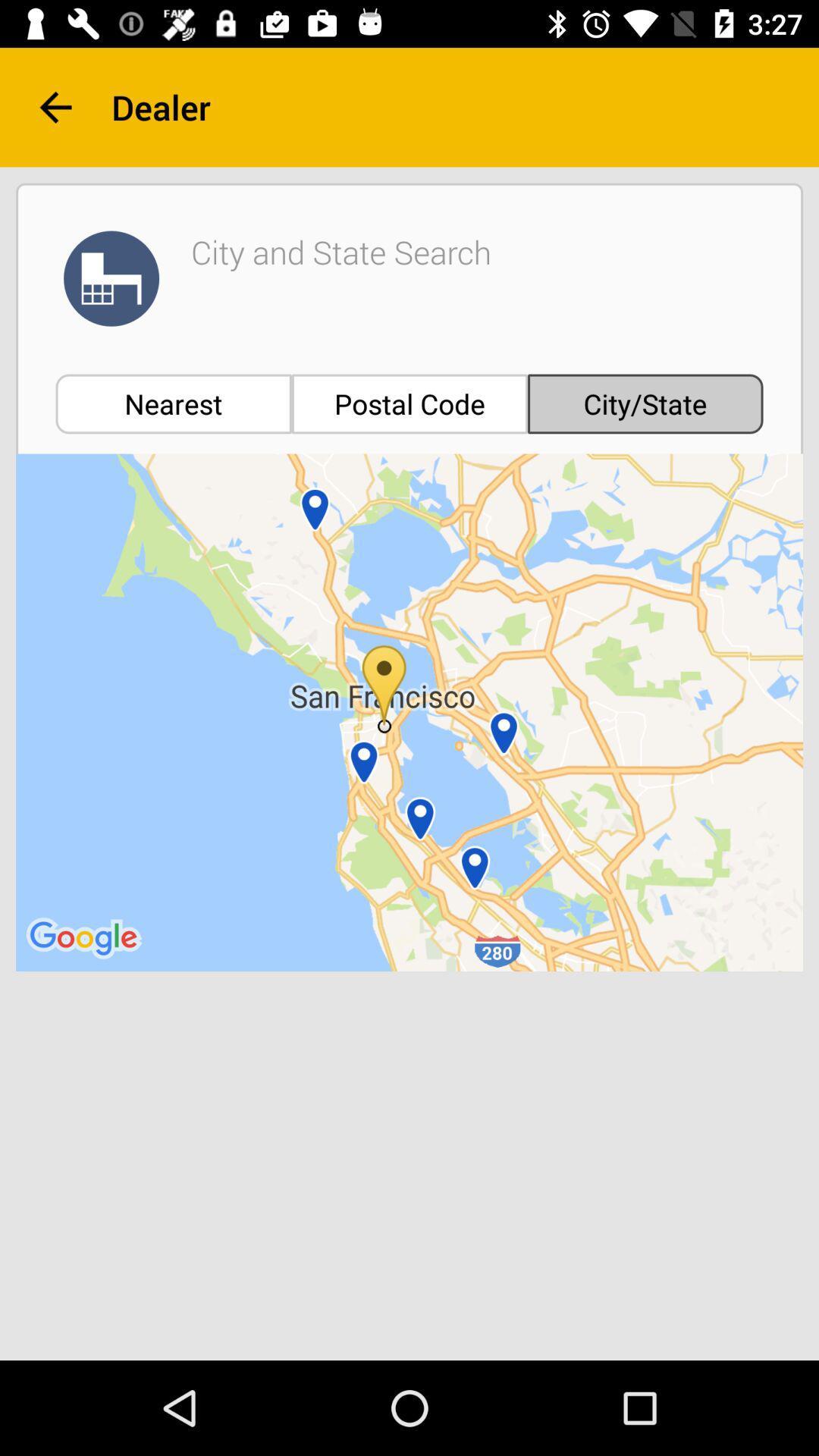 The height and width of the screenshot is (1456, 819). What do you see at coordinates (55, 106) in the screenshot?
I see `the icon next to the dealer item` at bounding box center [55, 106].